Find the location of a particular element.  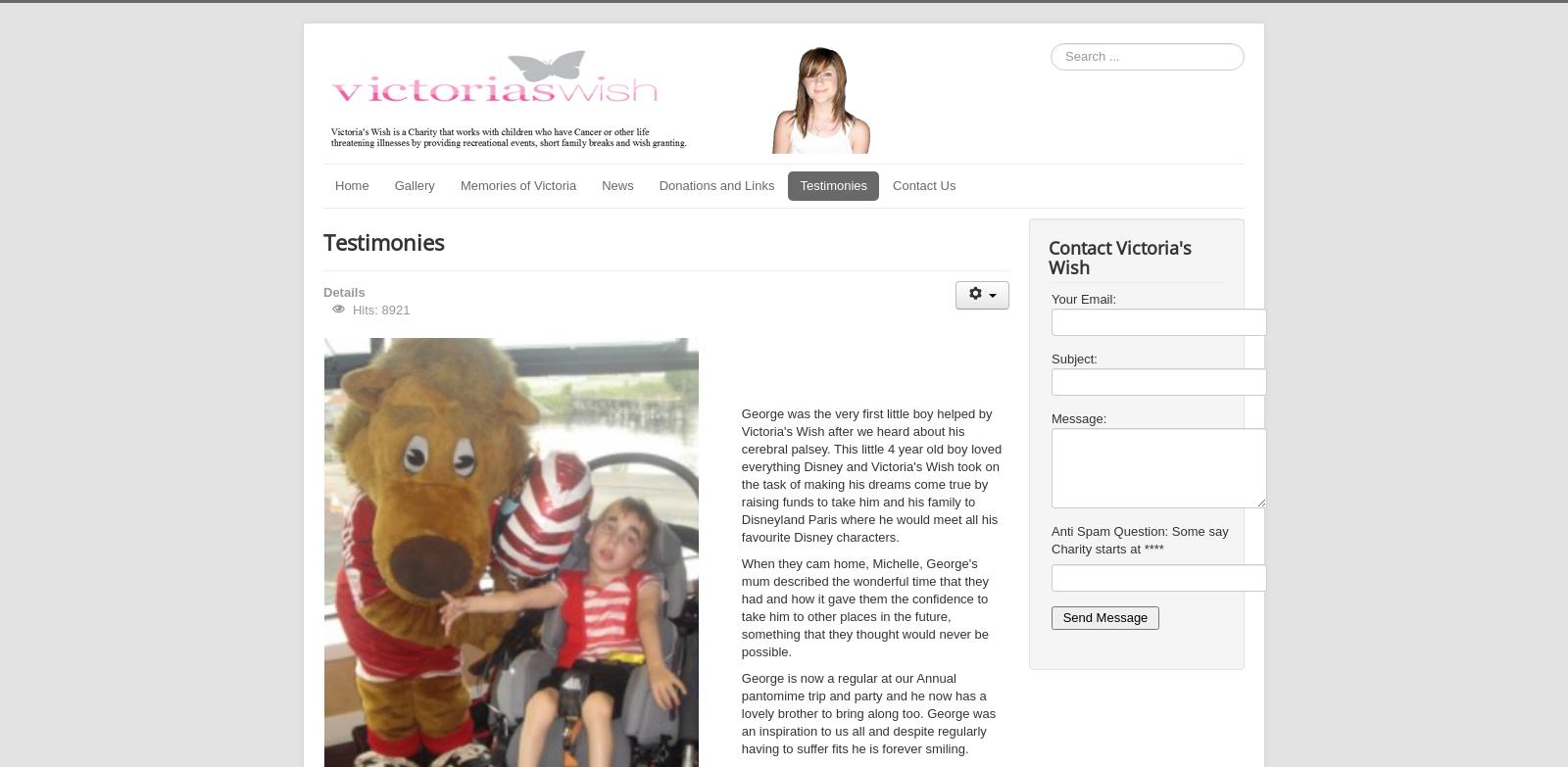

'Memories of Victoria' is located at coordinates (516, 185).